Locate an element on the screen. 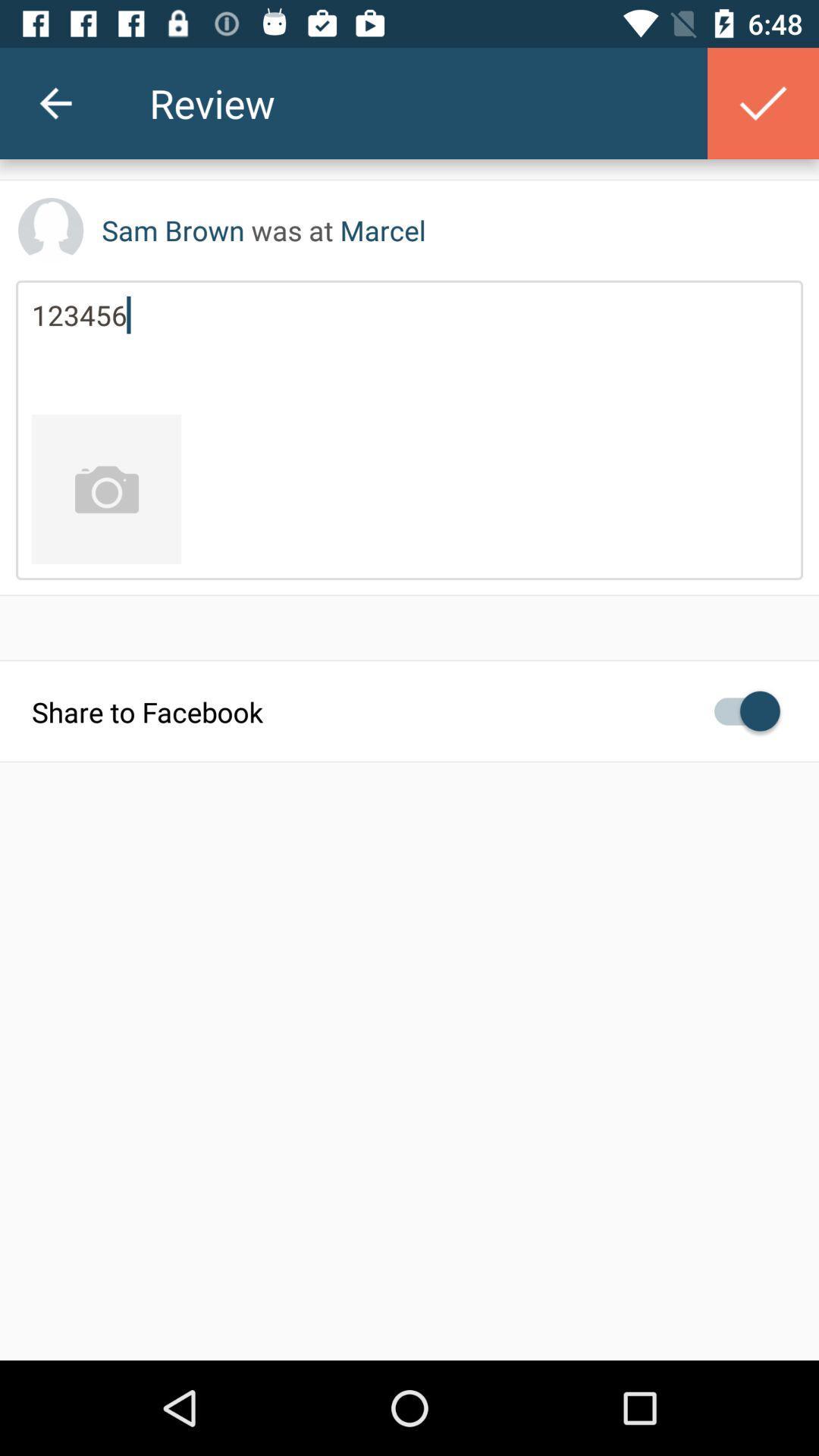 This screenshot has height=1456, width=819. 123456 item is located at coordinates (409, 347).